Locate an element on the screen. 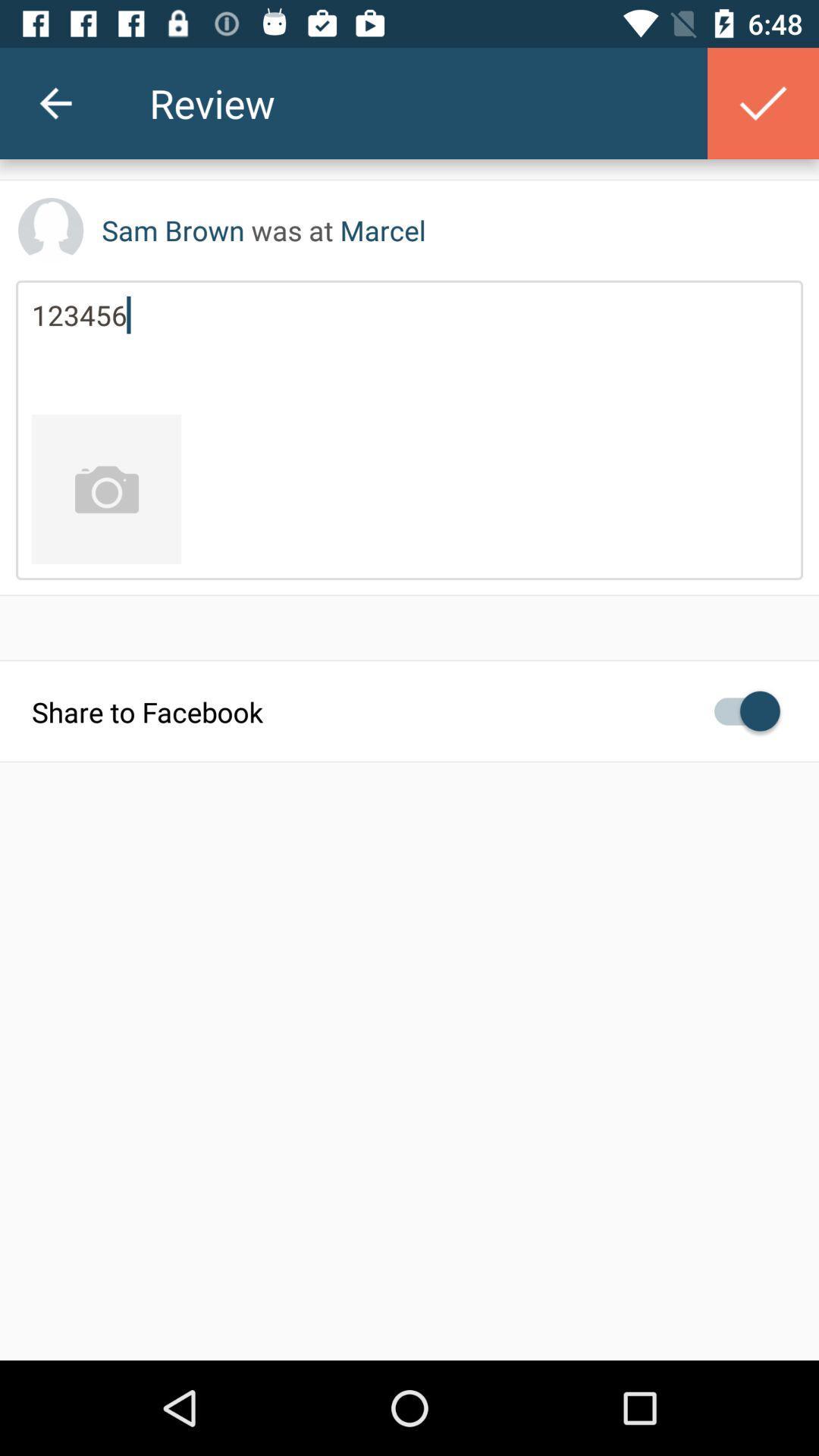 This screenshot has height=1456, width=819. 123456 item is located at coordinates (409, 347).